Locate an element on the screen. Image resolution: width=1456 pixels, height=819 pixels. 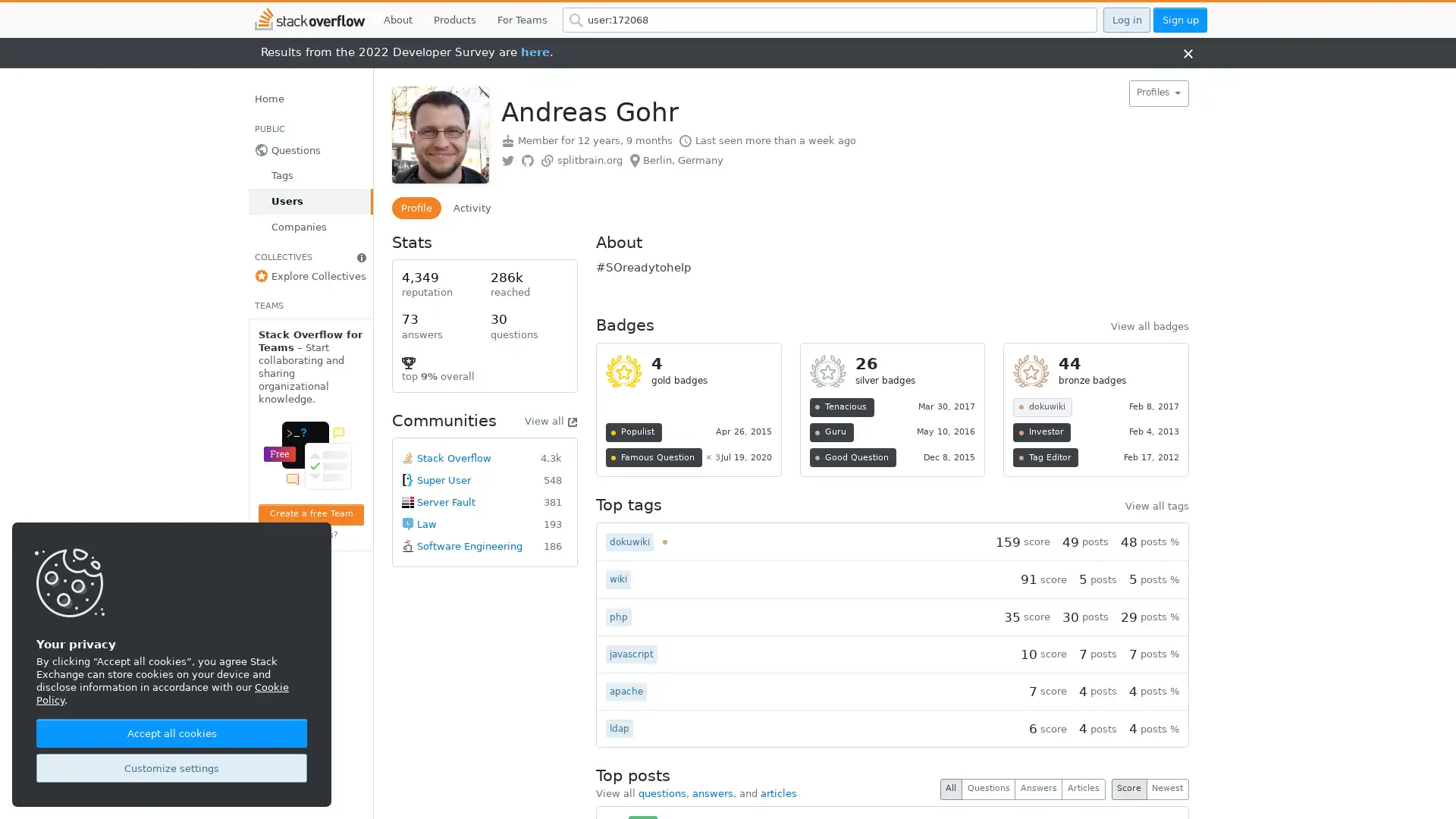
Accept all cookies is located at coordinates (171, 733).